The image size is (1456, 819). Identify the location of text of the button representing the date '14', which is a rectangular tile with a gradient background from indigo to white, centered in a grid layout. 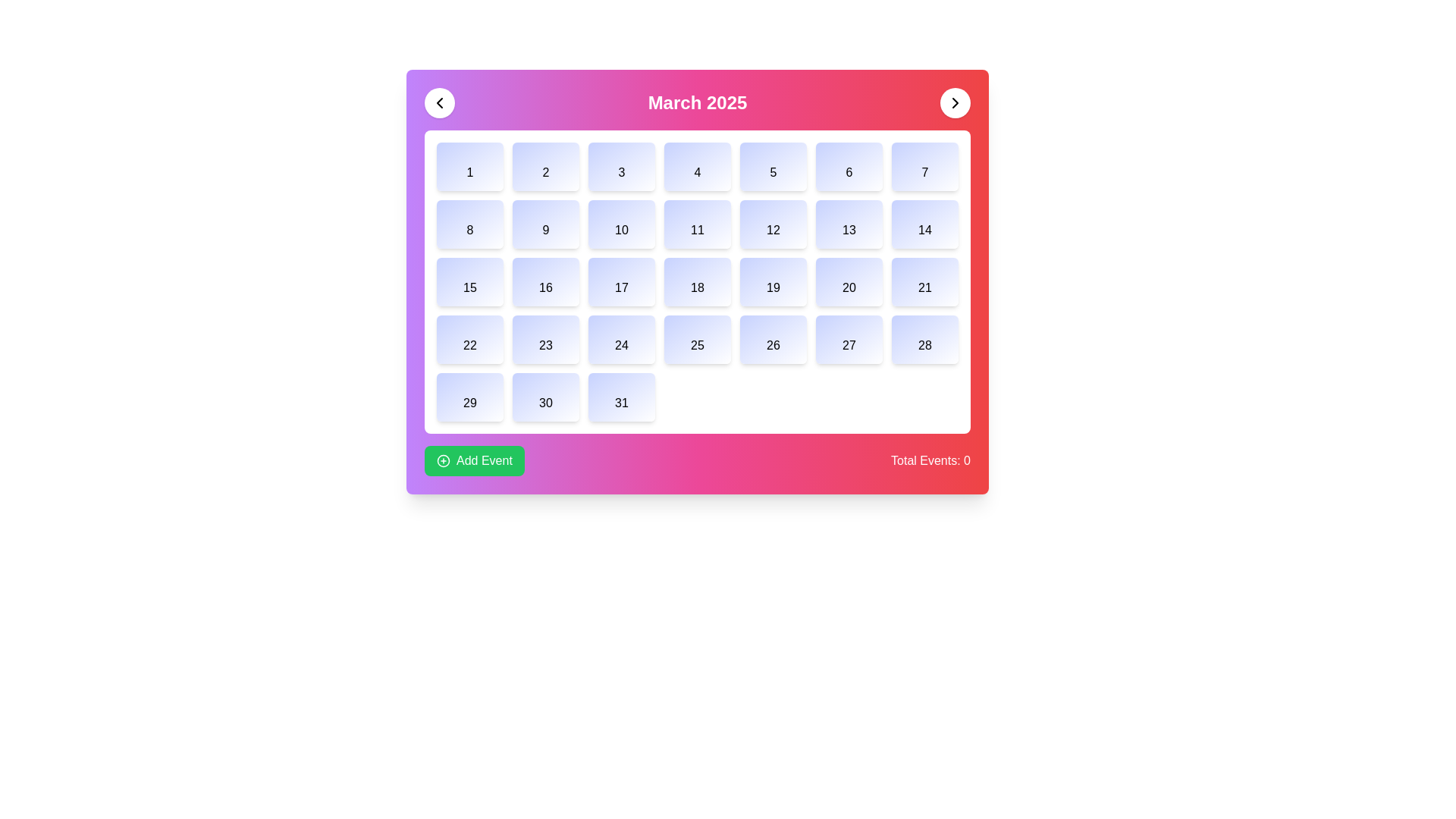
(924, 224).